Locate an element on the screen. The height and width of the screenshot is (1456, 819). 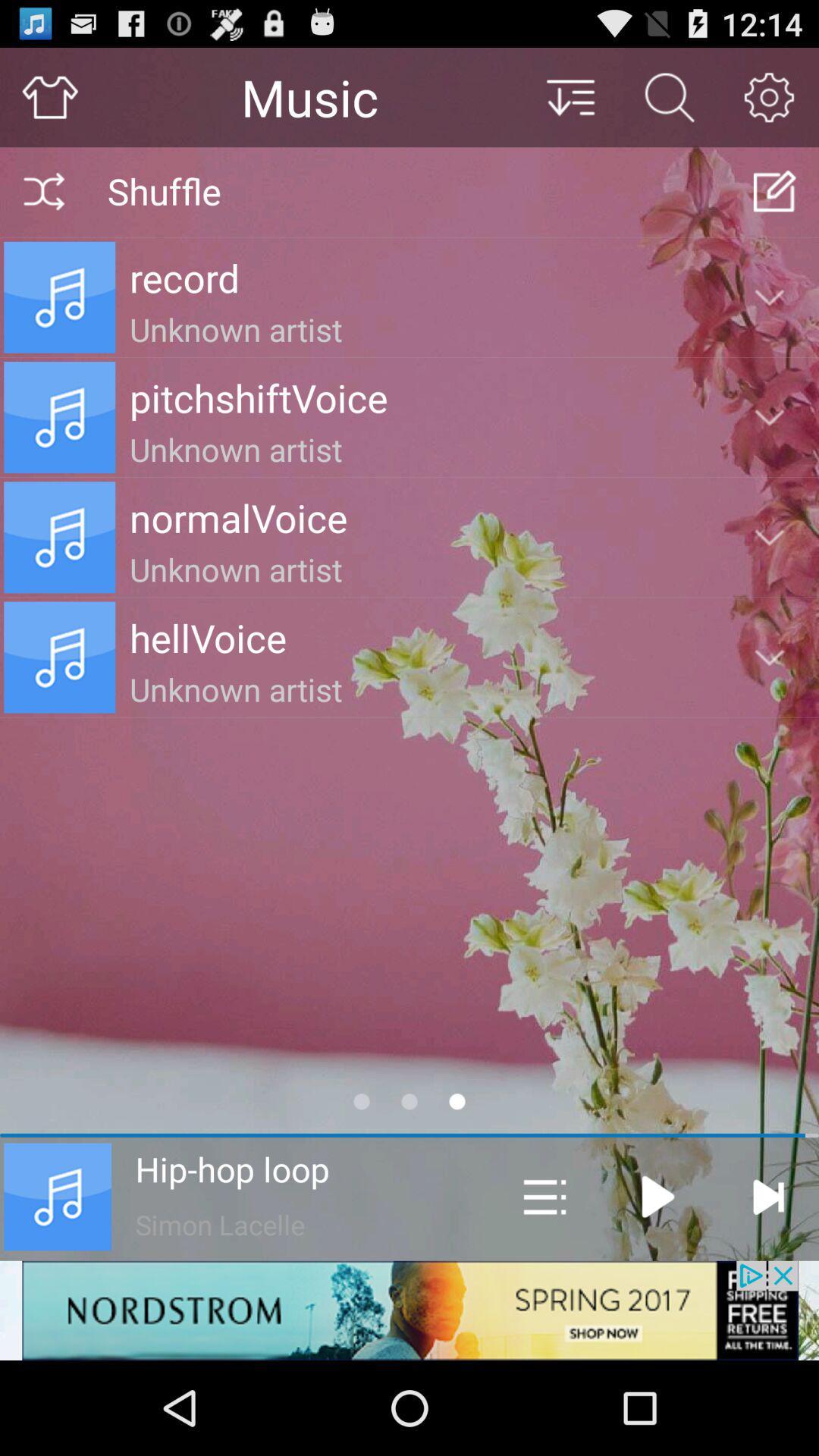
the edit icon is located at coordinates (775, 203).